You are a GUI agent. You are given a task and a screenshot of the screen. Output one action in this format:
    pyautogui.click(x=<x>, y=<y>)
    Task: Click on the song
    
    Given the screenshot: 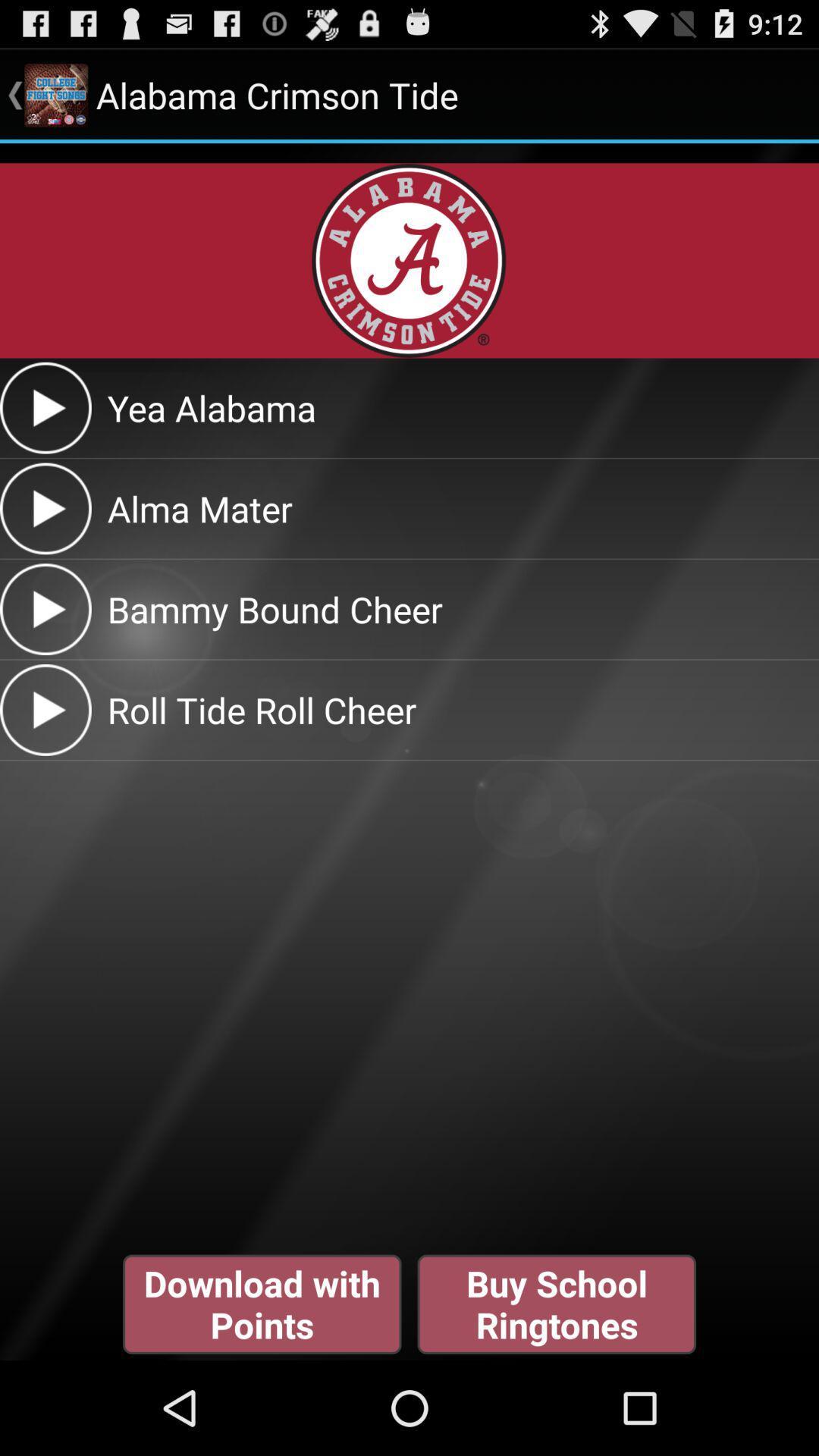 What is the action you would take?
    pyautogui.click(x=45, y=508)
    